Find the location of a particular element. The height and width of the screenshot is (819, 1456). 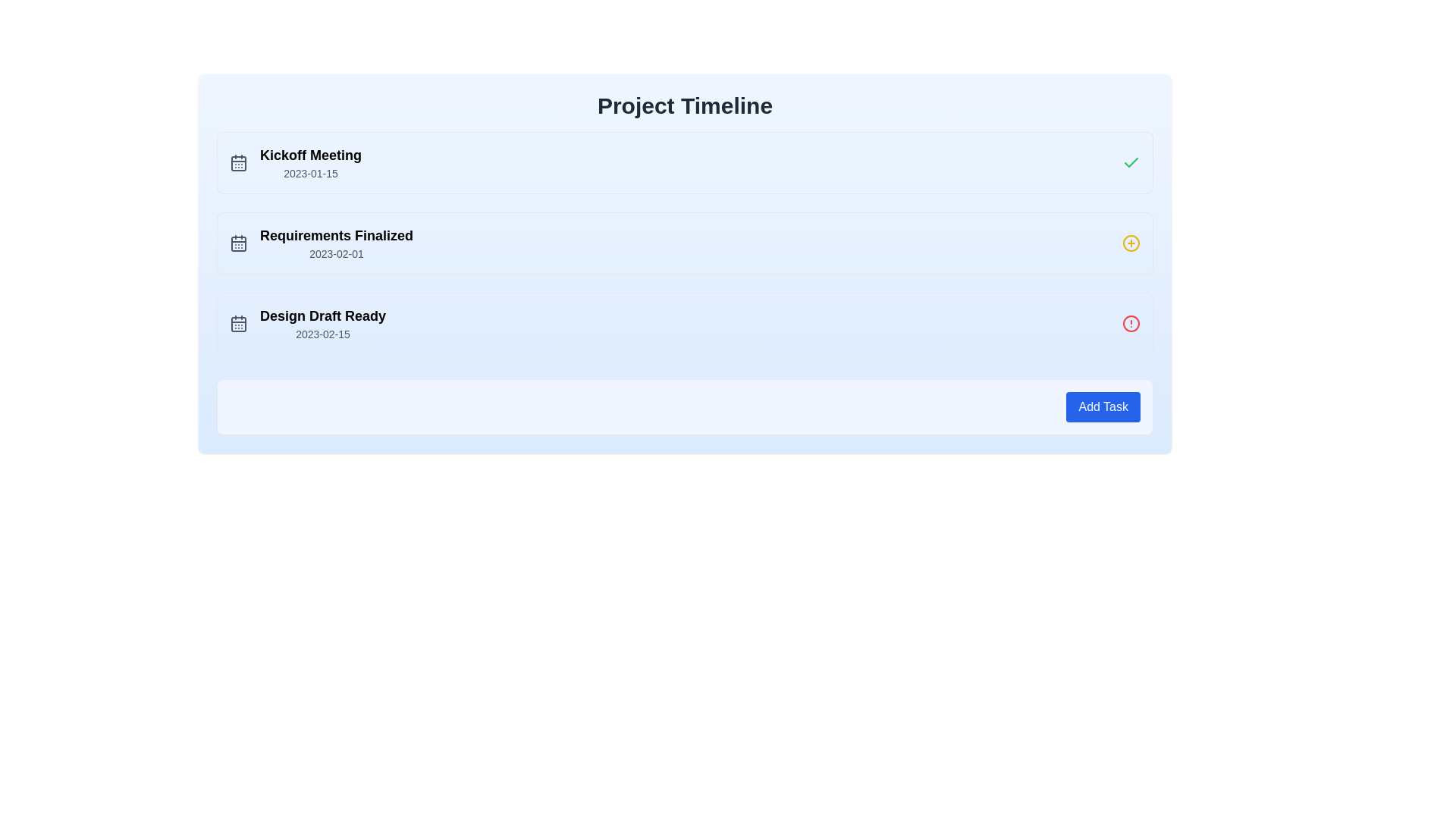

the List item featuring a calendar icon and the text label 'Design Draft Ready' with subtitle '2023-02-15', which is the third item in a vertical list within the timeline interface is located at coordinates (307, 323).